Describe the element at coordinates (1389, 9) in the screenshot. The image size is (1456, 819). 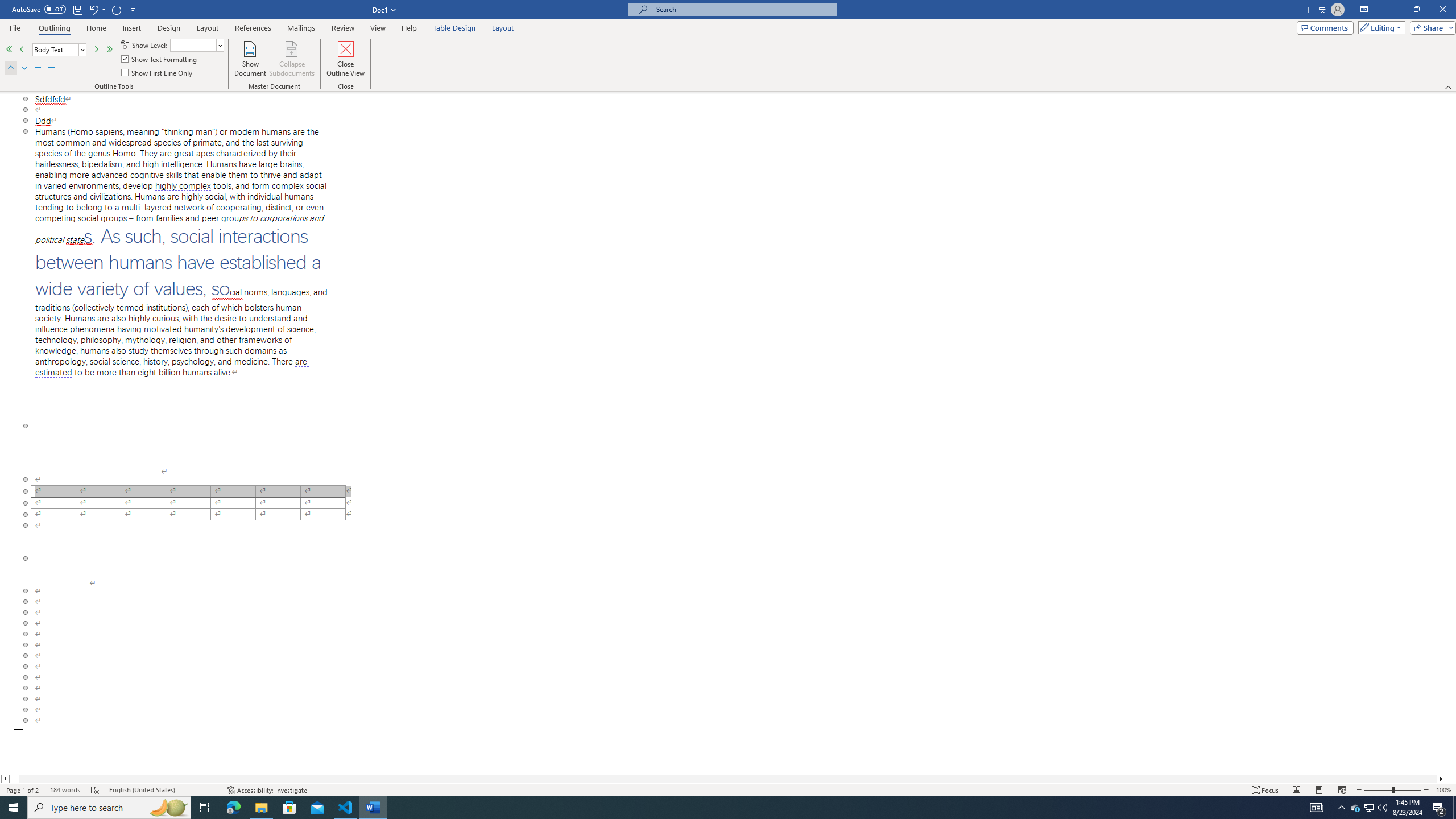
I see `'Minimize'` at that location.